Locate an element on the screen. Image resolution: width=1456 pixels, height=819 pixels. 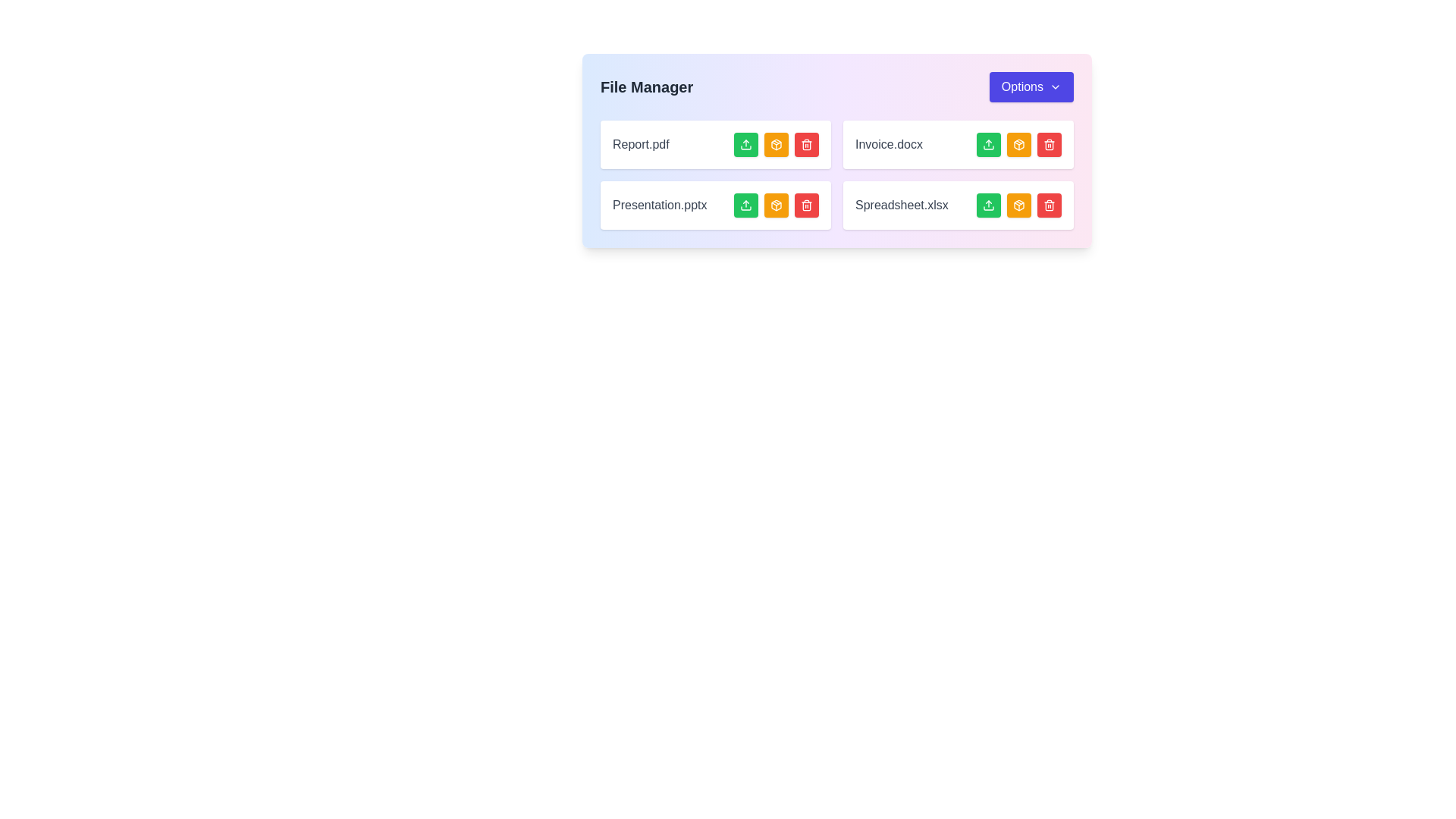
the archive icon button, which has a yellow background and represents a 3D package, located in the file manager interface alongside the 'Upload' and 'Delete' buttons for 'Report.pdf' is located at coordinates (776, 145).